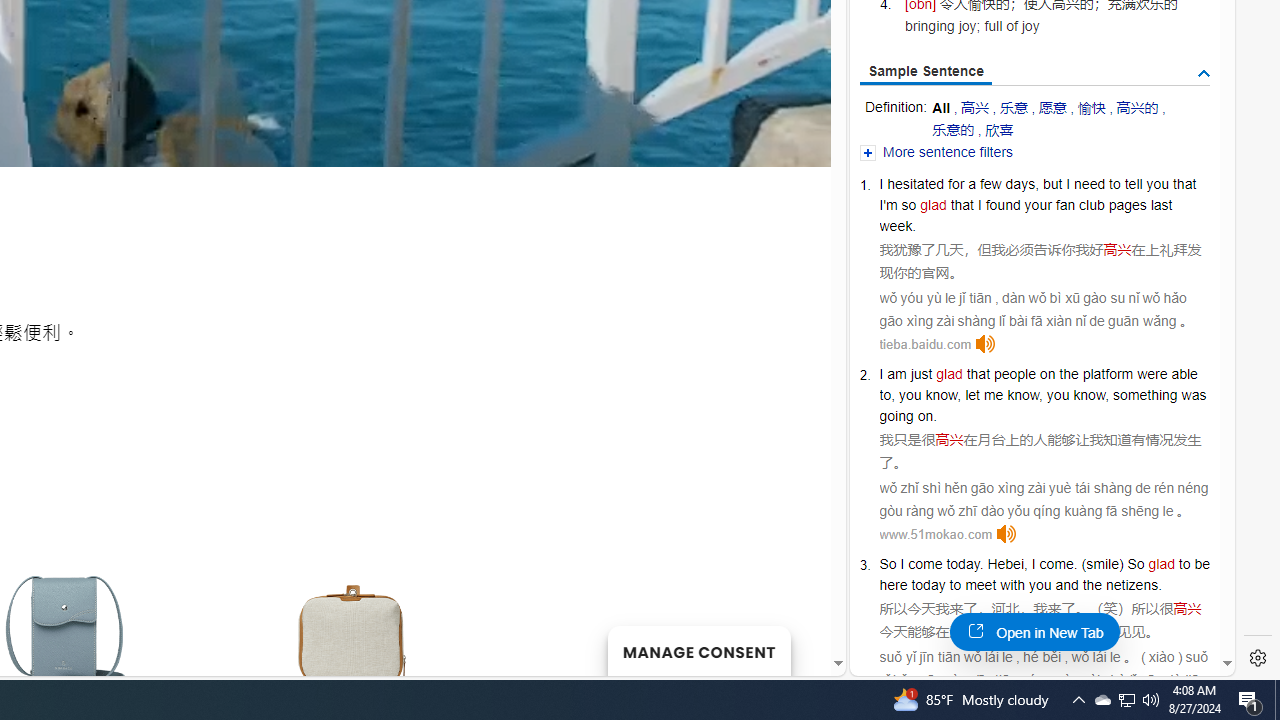 The image size is (1280, 720). Describe the element at coordinates (927, 585) in the screenshot. I see `'today'` at that location.